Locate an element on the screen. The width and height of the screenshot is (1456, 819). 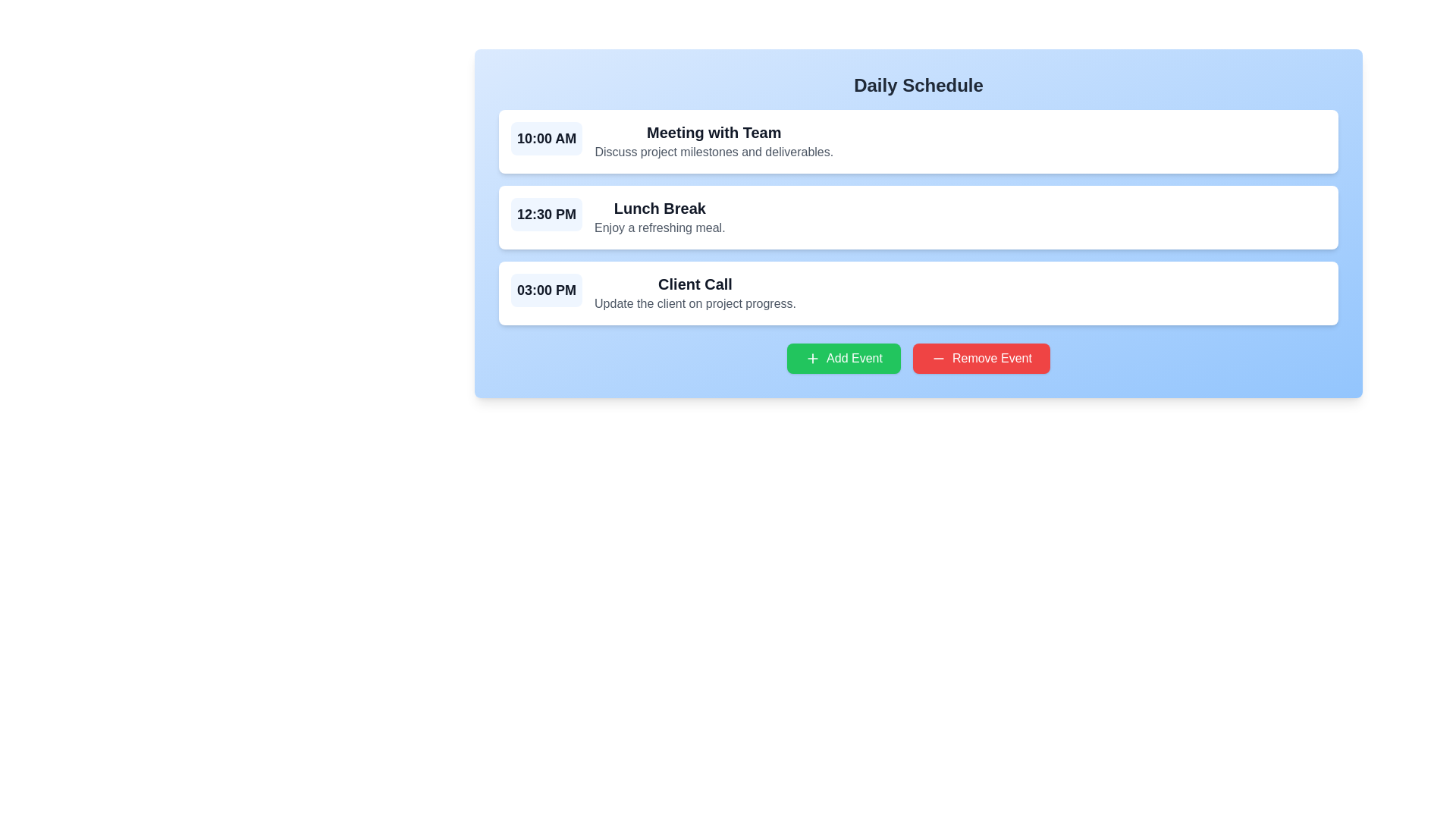
the textual content description element that reads 'Discuss project milestones and deliverables.' located below the title 'Meeting with Team' in the scheduled meeting block is located at coordinates (713, 152).